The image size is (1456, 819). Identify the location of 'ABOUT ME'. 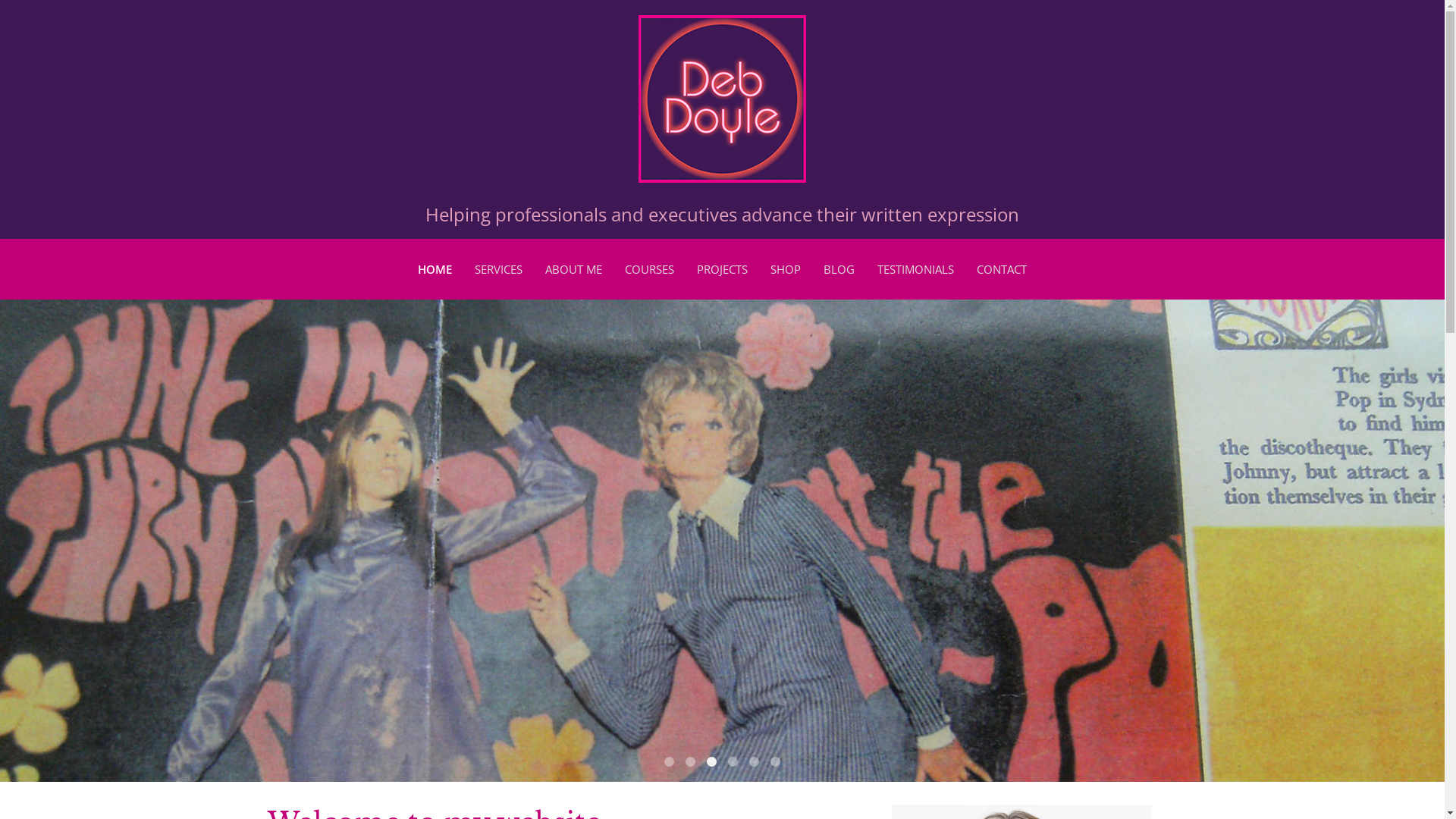
(573, 268).